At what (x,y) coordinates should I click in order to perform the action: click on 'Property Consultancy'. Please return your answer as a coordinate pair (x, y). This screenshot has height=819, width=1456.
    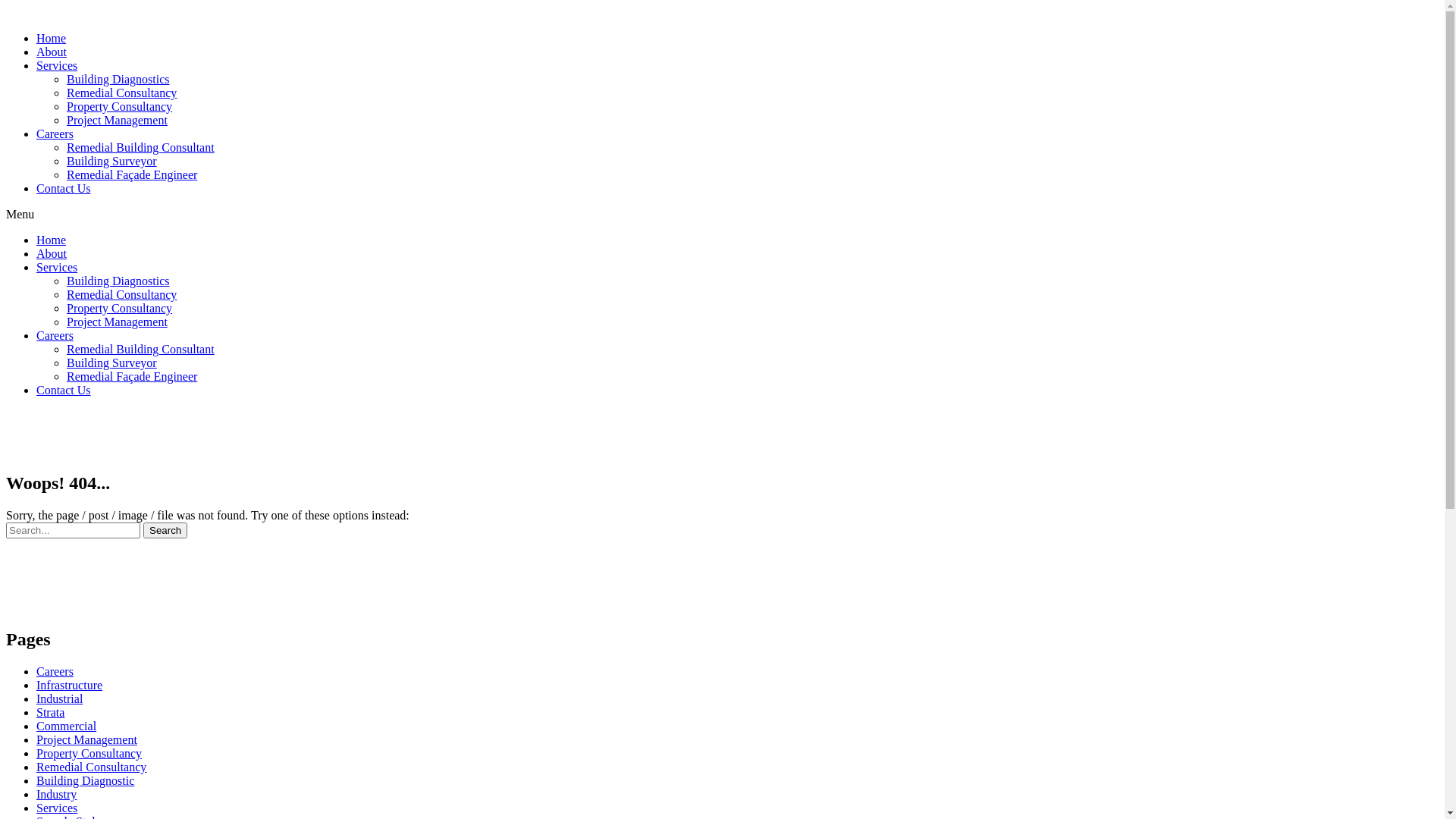
    Looking at the image, I should click on (88, 753).